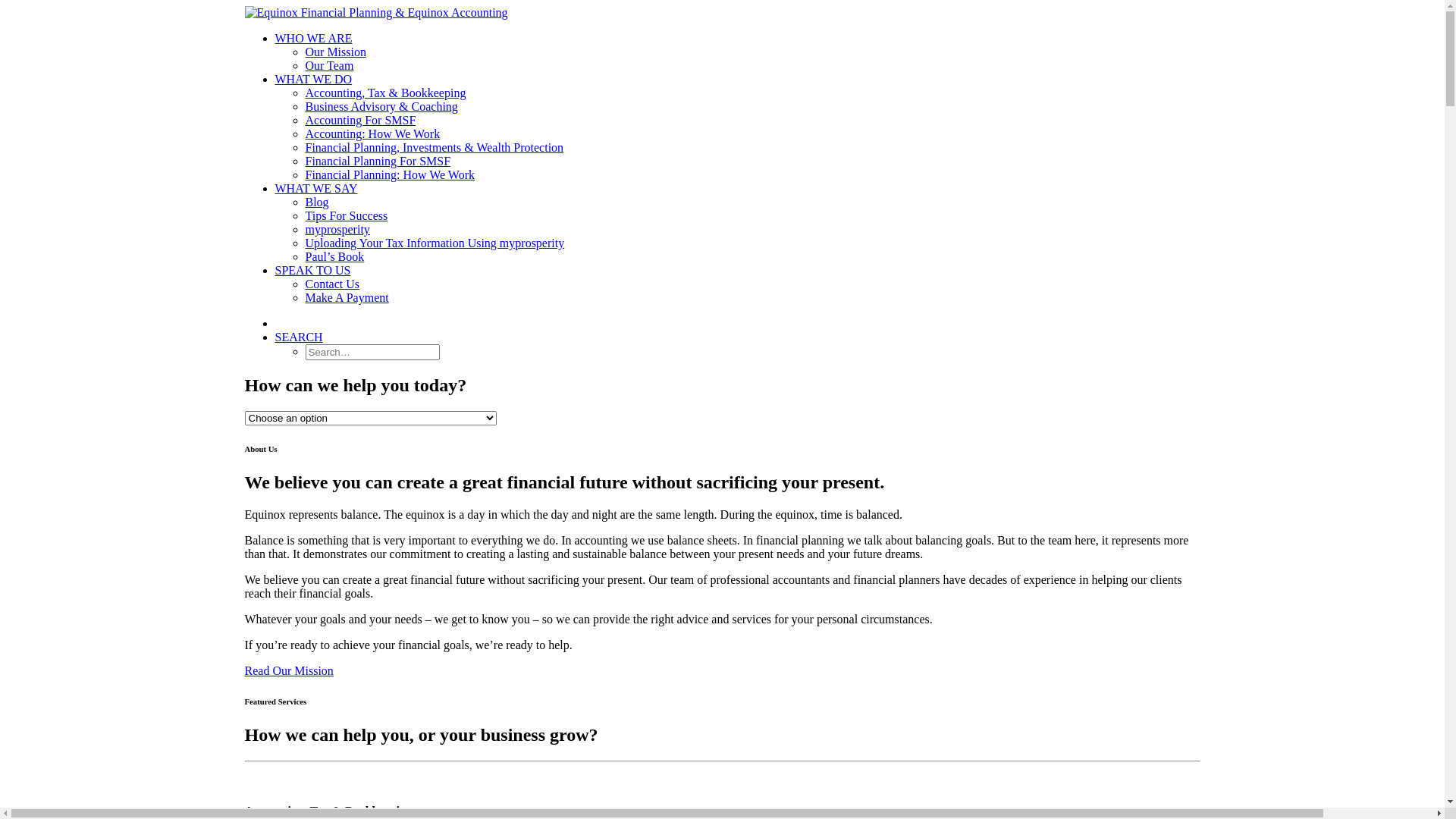 This screenshot has width=1456, height=819. I want to click on 'Read Our Mission', so click(243, 670).